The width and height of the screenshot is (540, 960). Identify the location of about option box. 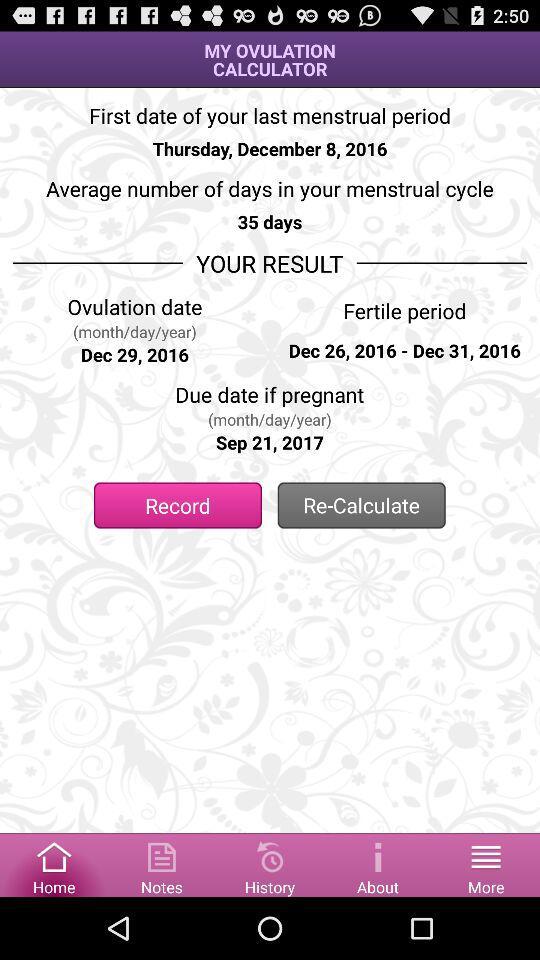
(378, 863).